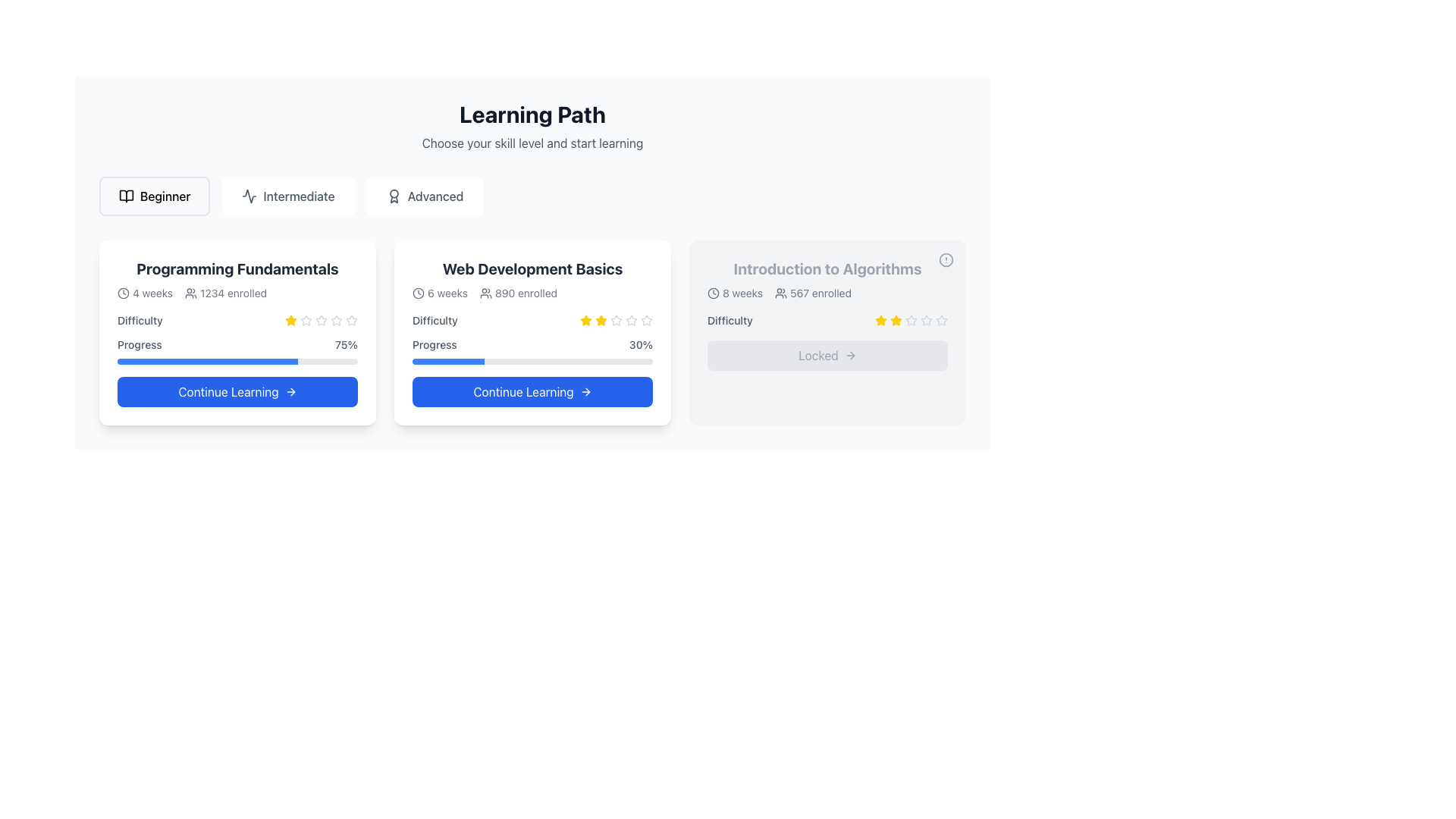 This screenshot has height=819, width=1456. I want to click on the sixth gray star icon in the rating component under the 'Web Development Basics' section, so click(632, 320).